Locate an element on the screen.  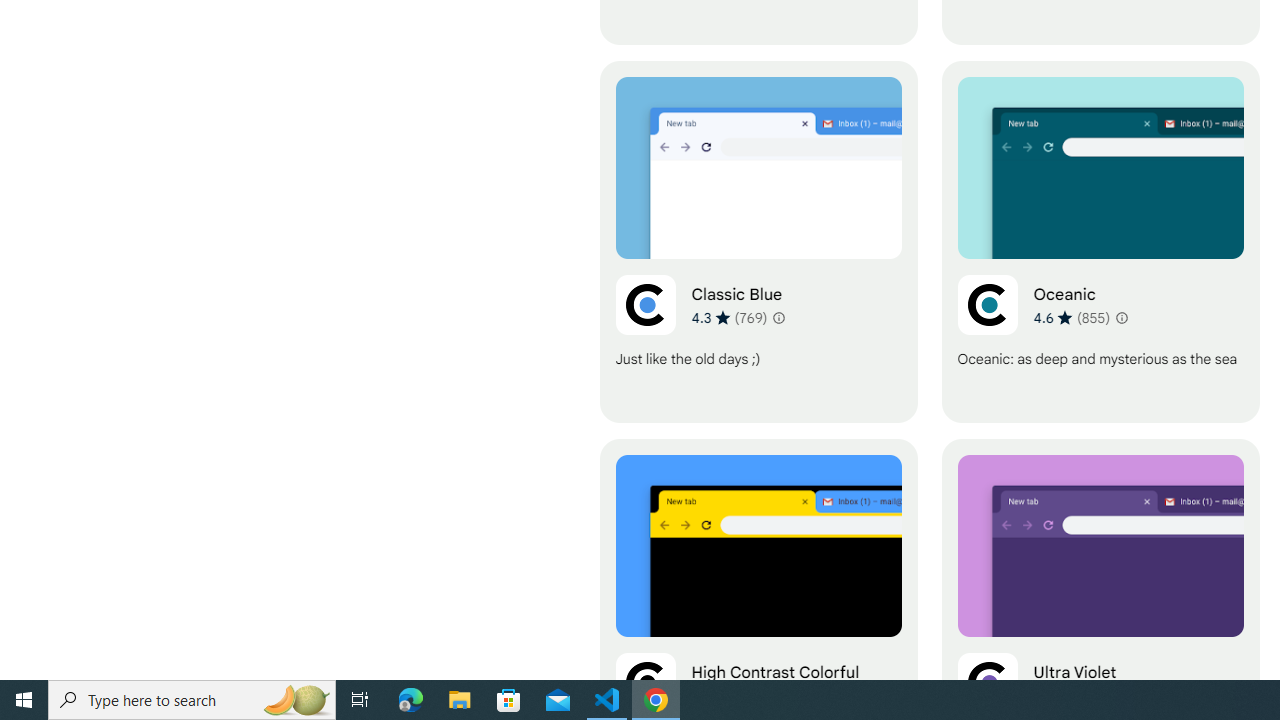
'Classic Blue' is located at coordinates (757, 241).